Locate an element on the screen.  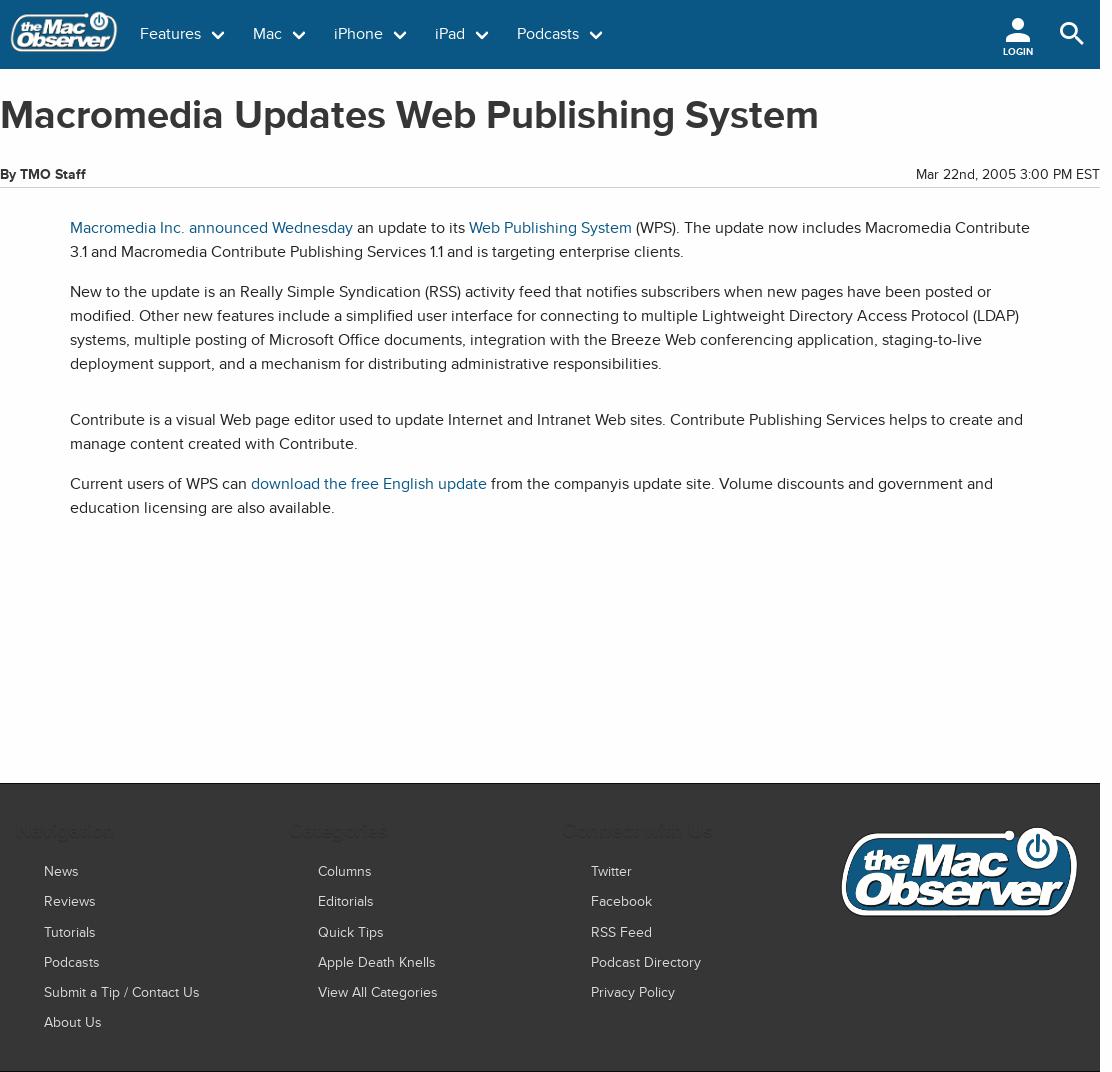
'Web Publishing System' is located at coordinates (549, 227).